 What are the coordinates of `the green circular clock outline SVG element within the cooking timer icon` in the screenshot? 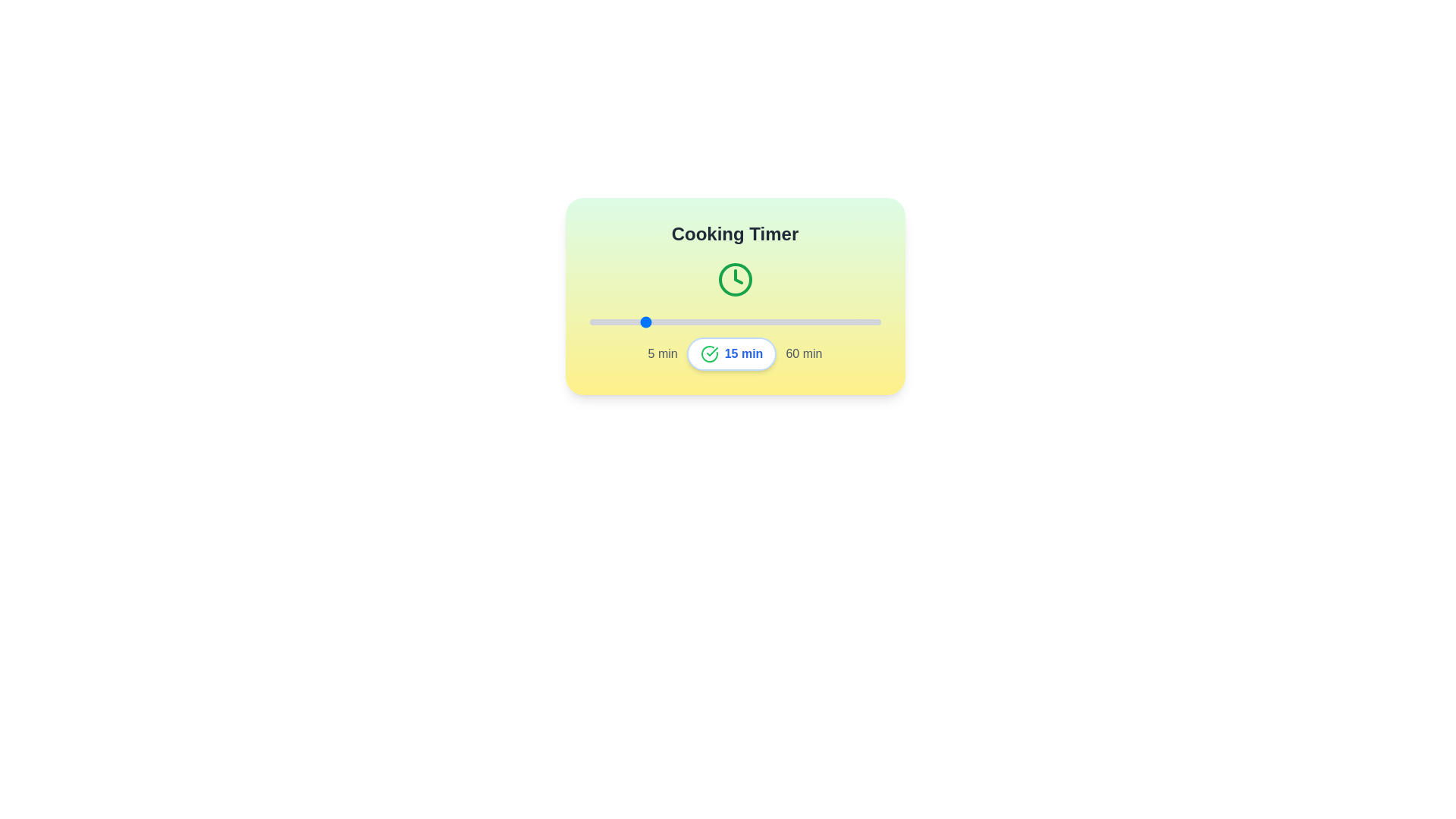 It's located at (735, 280).